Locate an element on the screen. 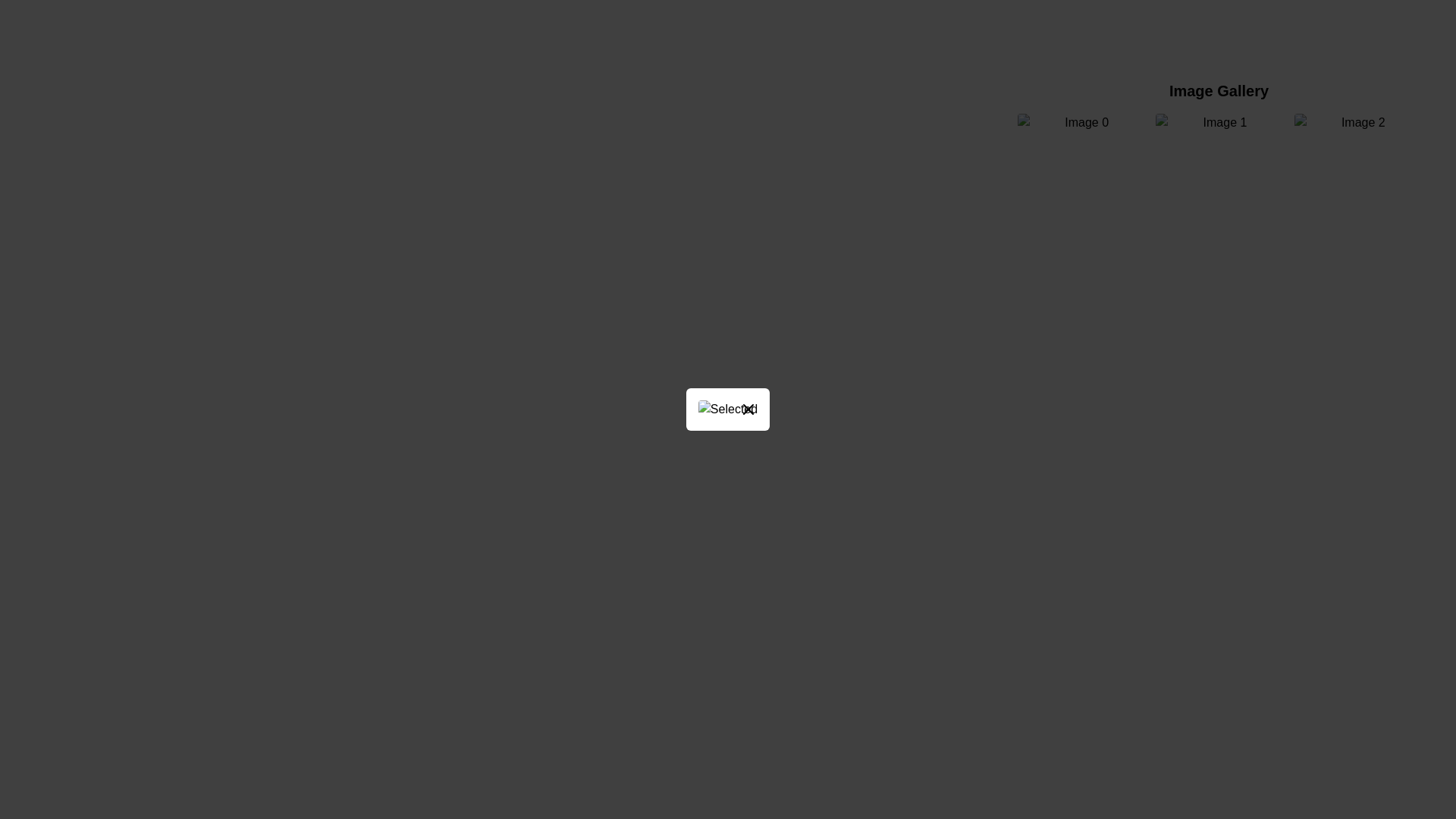  the clickable image thumbnail labeled 'Image 2' is located at coordinates (1357, 122).